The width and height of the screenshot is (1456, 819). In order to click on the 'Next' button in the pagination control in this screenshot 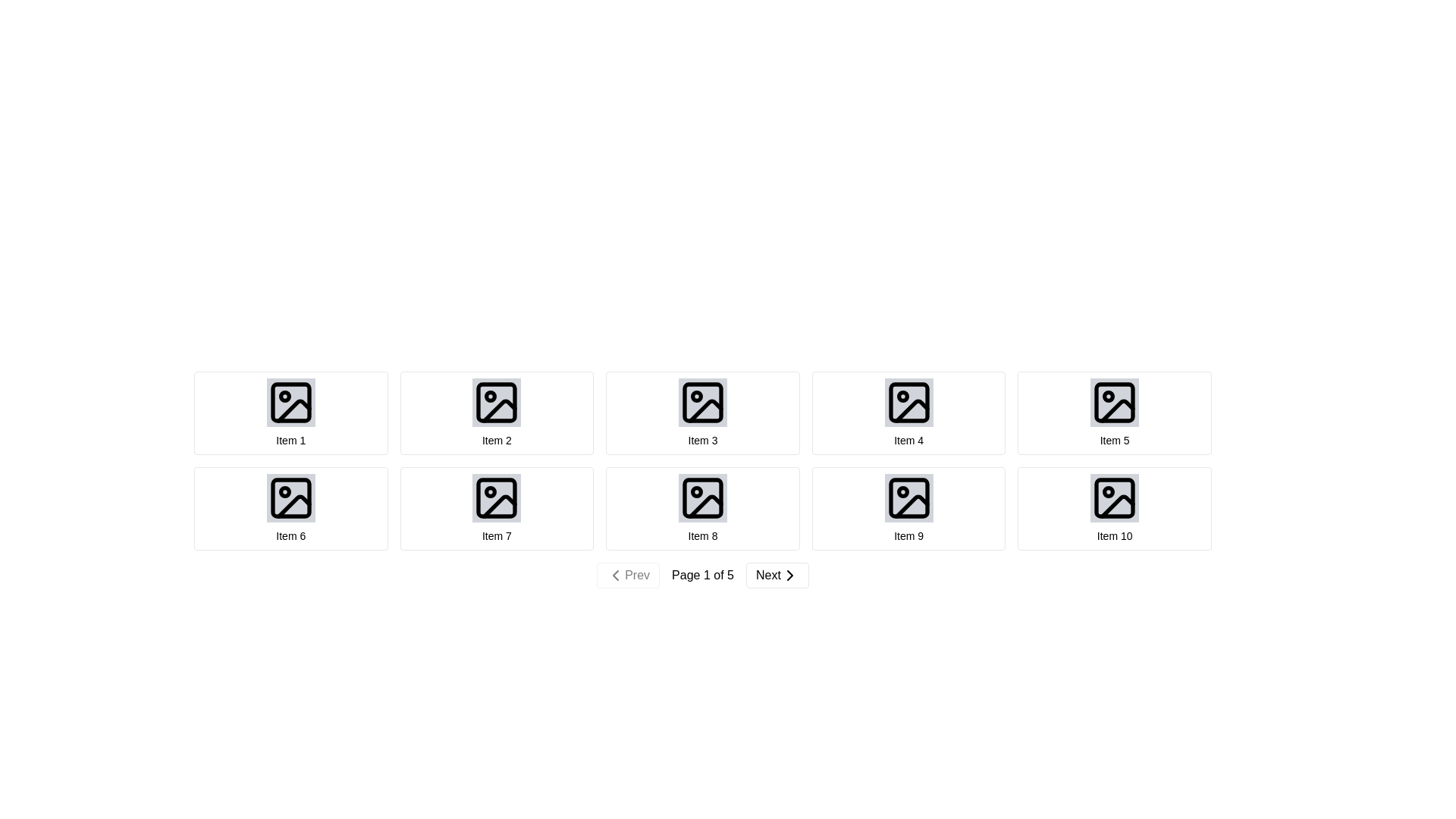, I will do `click(789, 576)`.